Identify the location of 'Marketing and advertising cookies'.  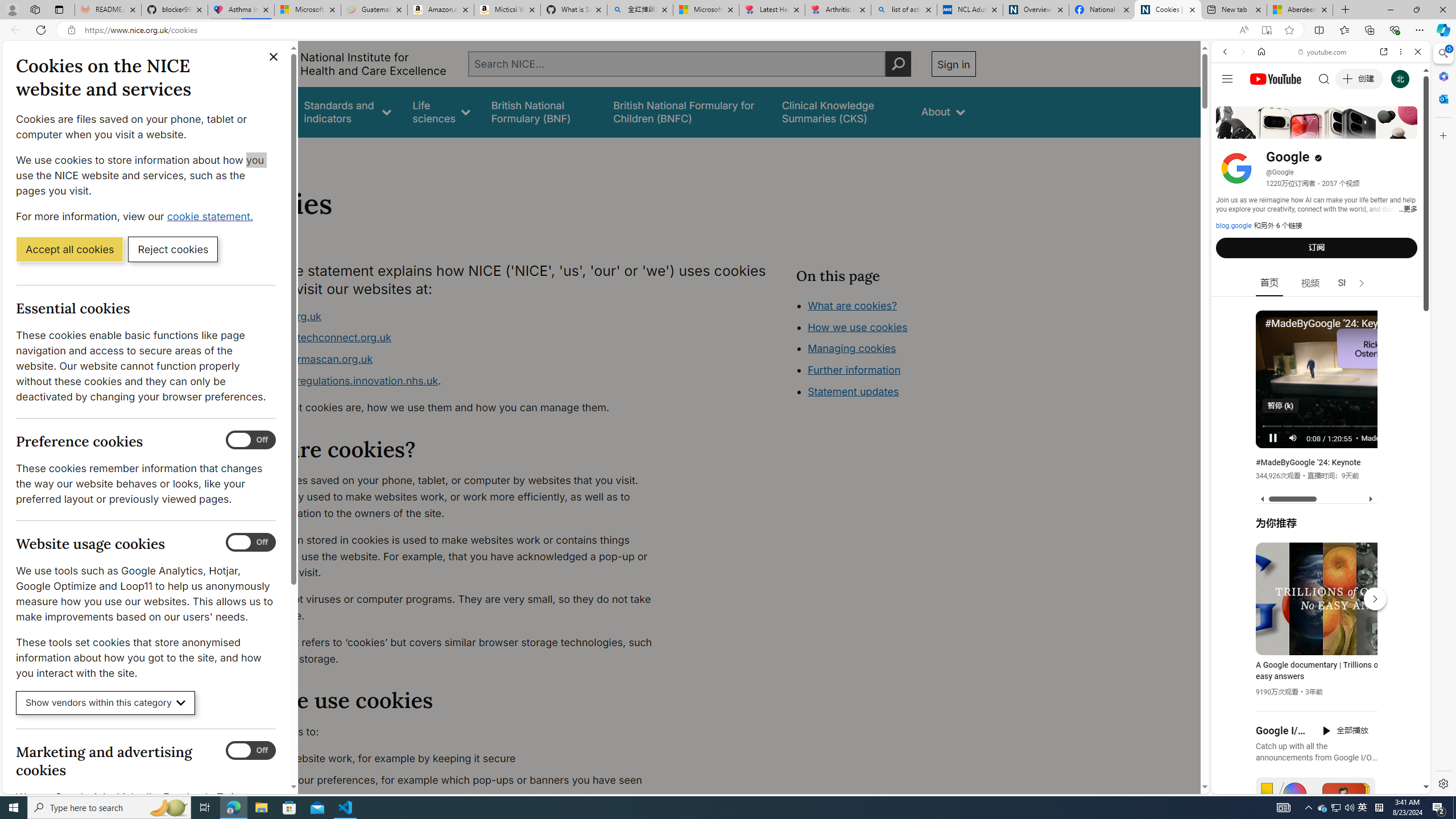
(250, 751).